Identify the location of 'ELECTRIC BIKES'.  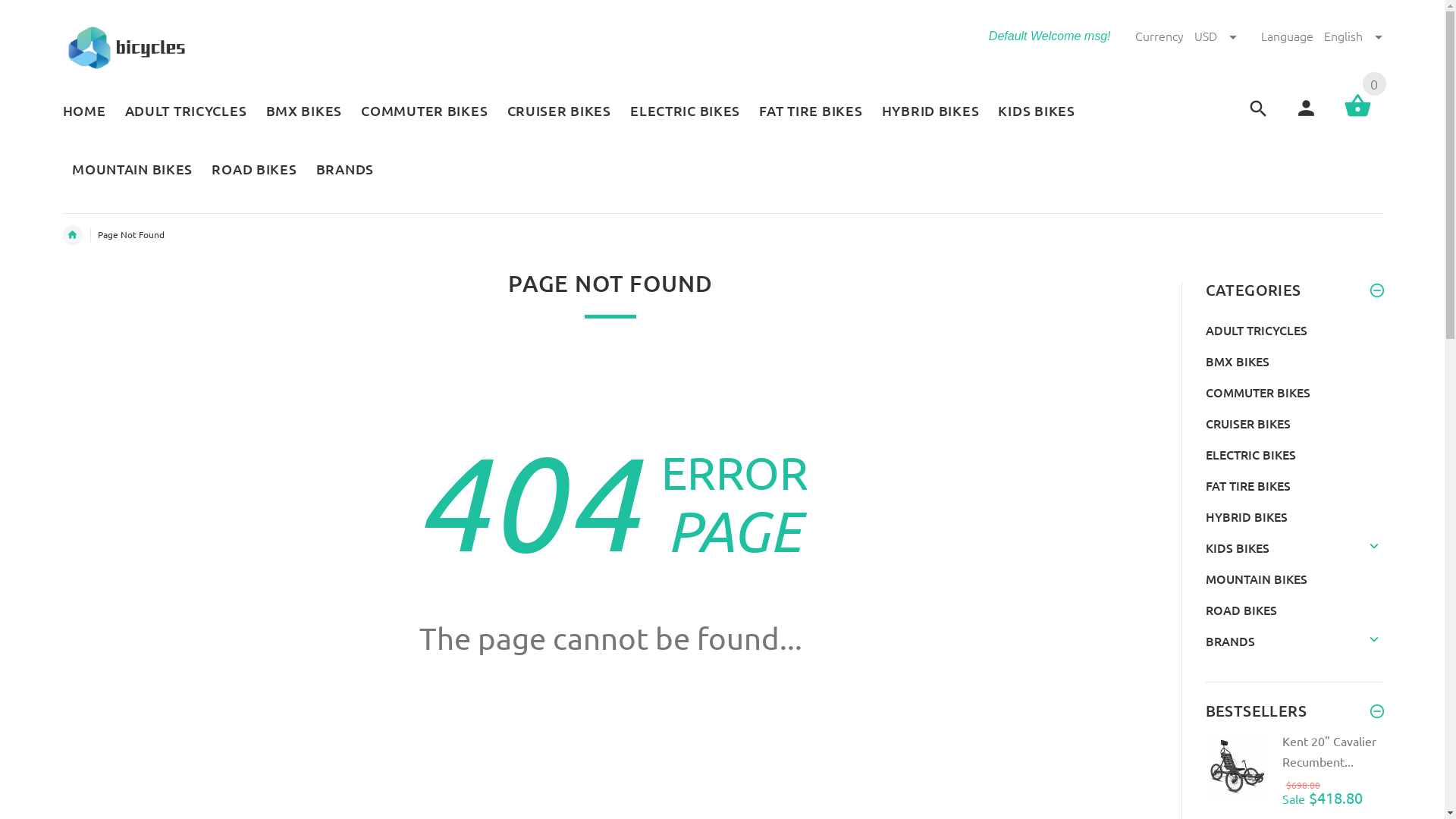
(1250, 453).